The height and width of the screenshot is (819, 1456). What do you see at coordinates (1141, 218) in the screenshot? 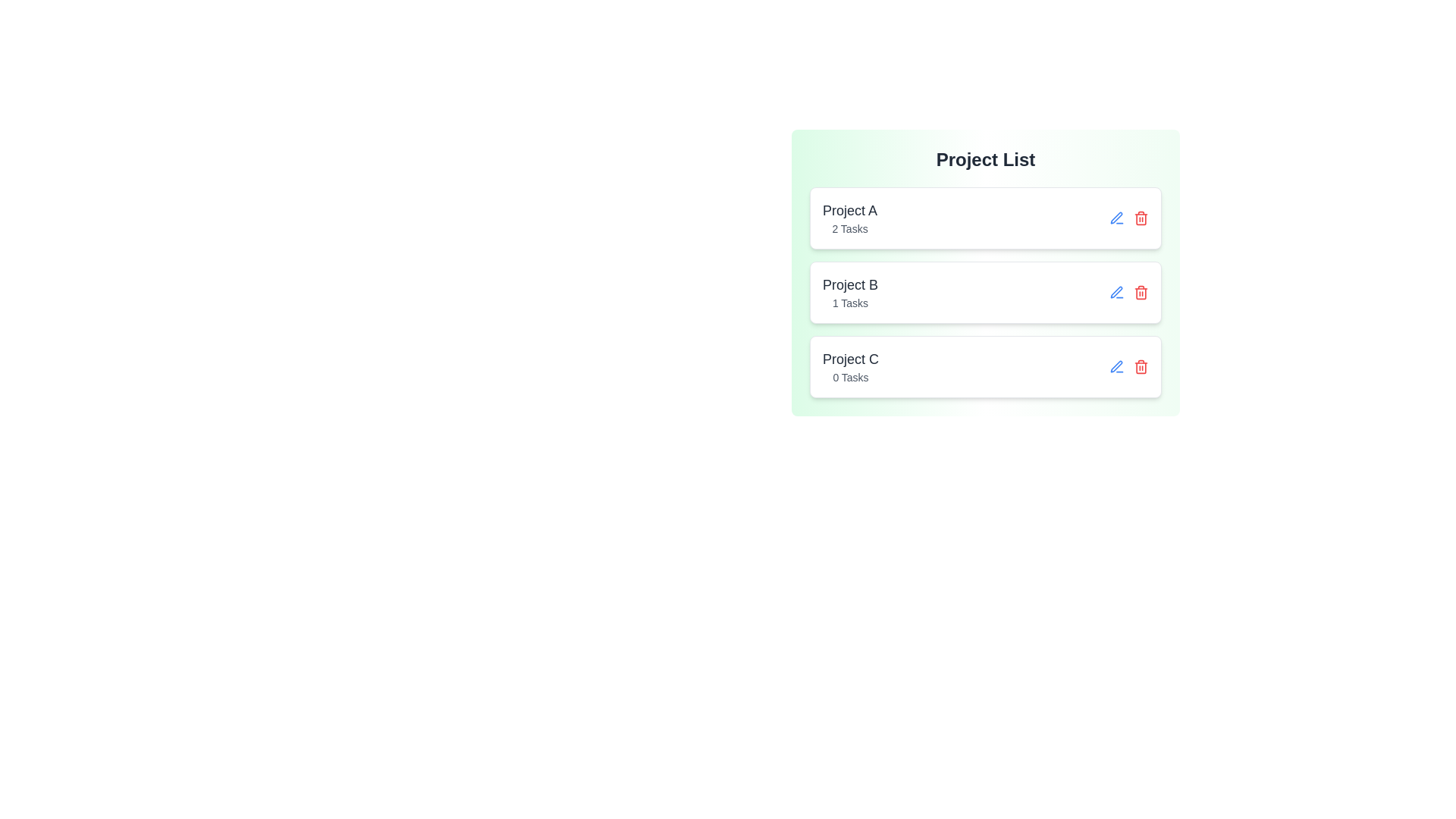
I see `the trash icon to delete the project corresponding to Project A` at bounding box center [1141, 218].